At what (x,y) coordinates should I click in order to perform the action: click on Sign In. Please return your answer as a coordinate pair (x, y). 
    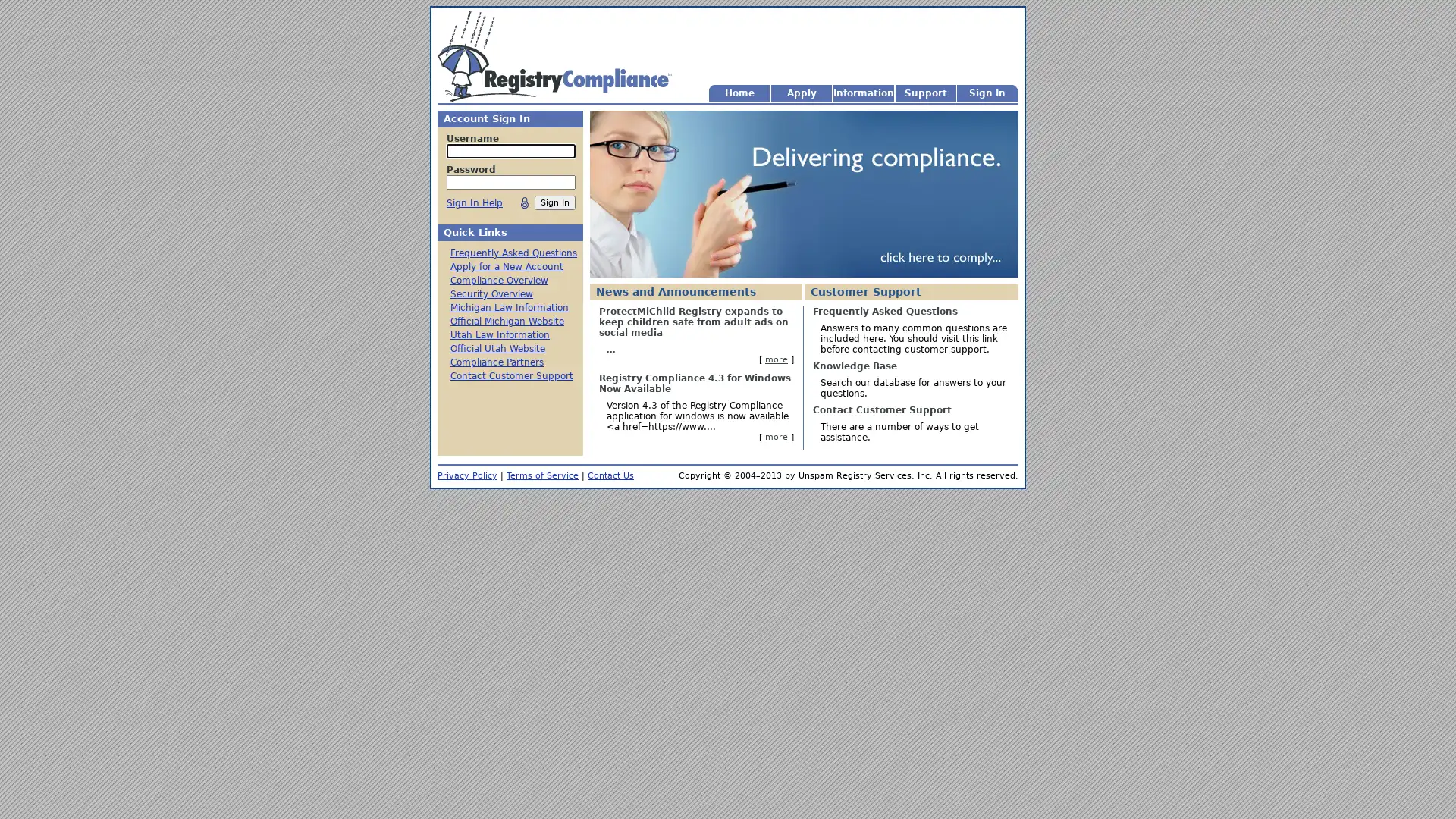
    Looking at the image, I should click on (554, 202).